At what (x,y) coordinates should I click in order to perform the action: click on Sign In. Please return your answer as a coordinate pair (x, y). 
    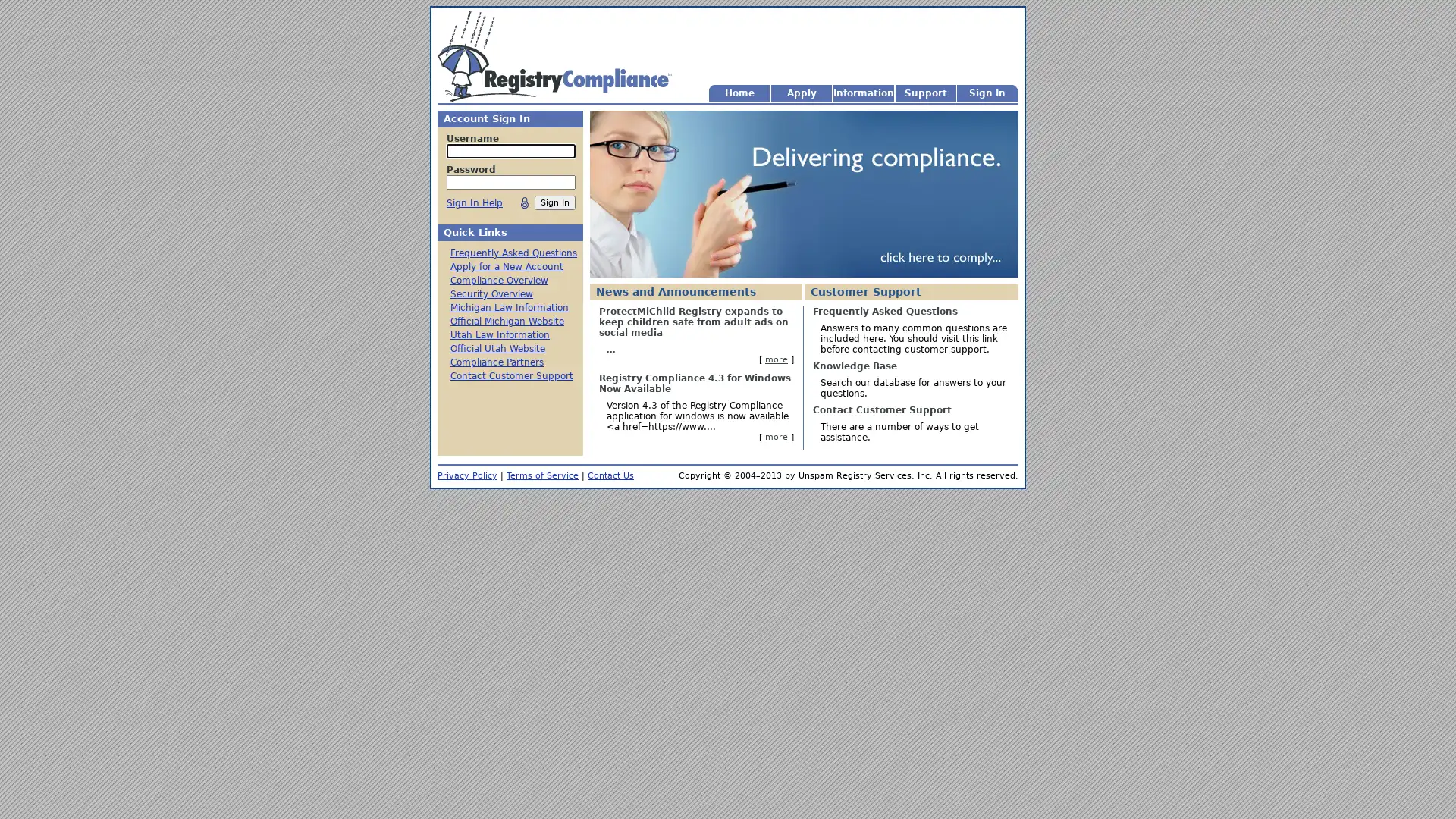
    Looking at the image, I should click on (554, 202).